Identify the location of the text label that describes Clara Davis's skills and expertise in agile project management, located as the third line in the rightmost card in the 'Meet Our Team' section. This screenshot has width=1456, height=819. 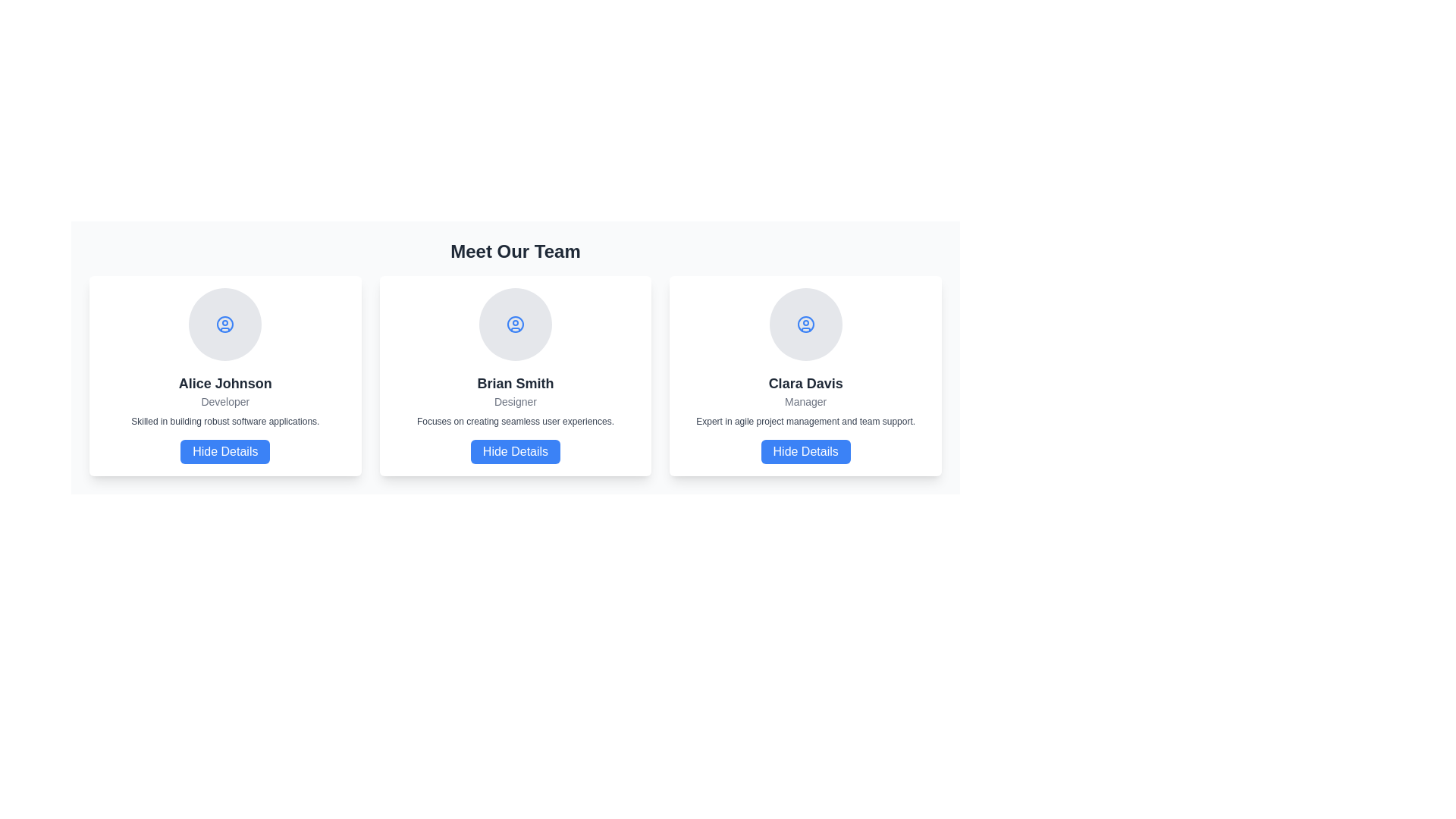
(805, 421).